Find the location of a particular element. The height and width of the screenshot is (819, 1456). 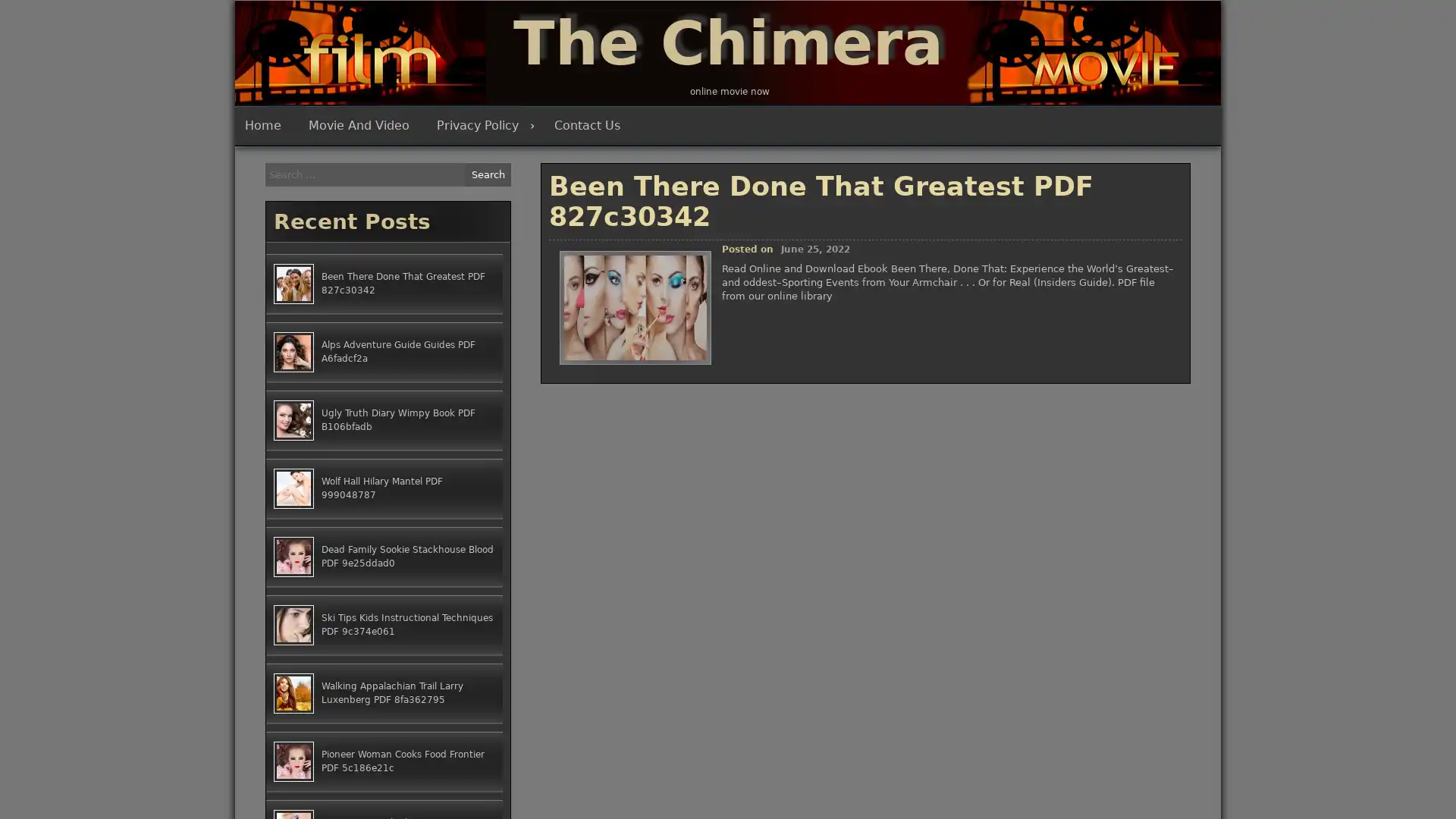

Search is located at coordinates (488, 174).